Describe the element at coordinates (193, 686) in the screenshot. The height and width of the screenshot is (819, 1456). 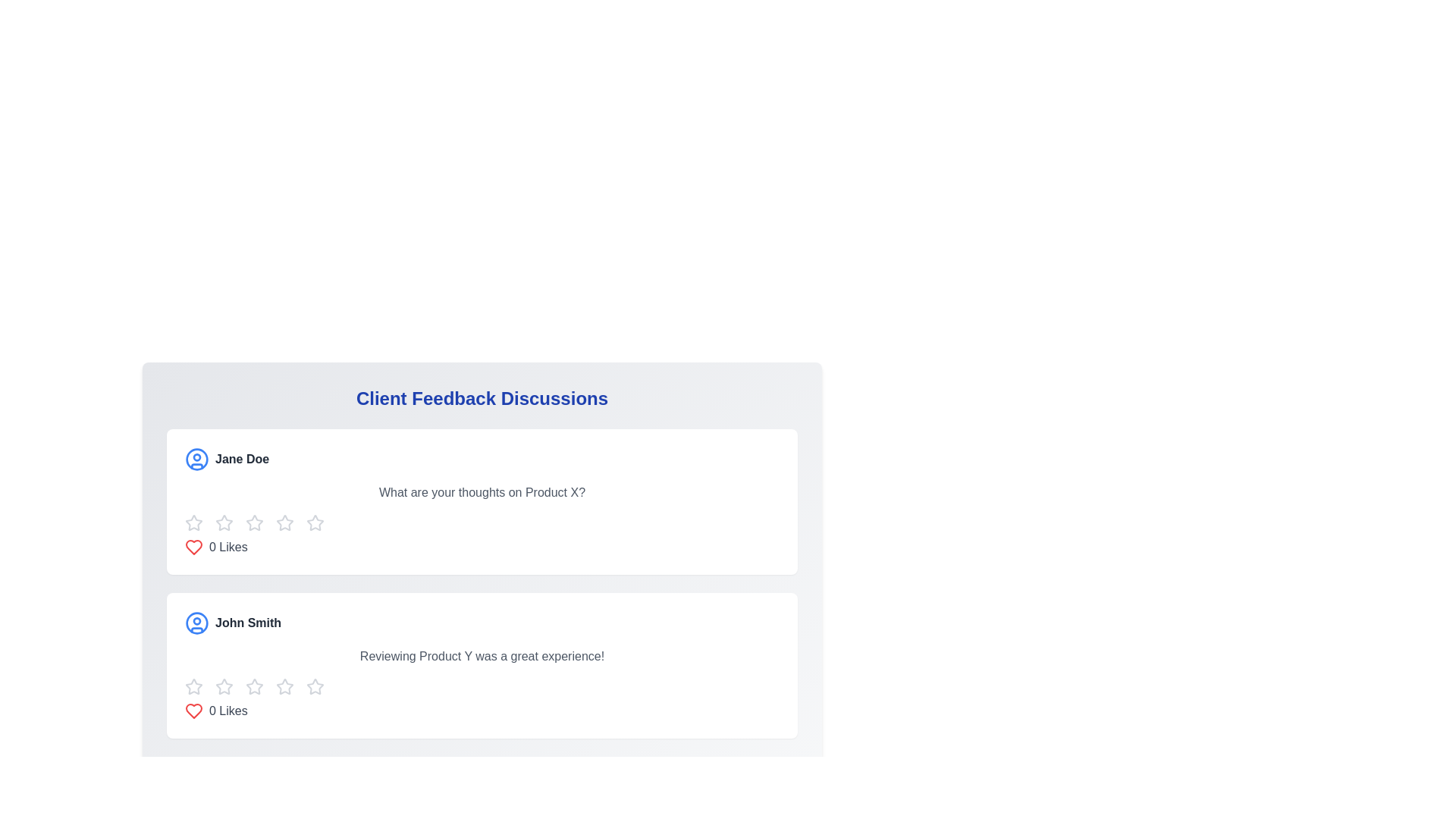
I see `the first rating star icon, which has a gray outline and is part of the rating component in the second feedback card for user 'John Smith'` at that location.